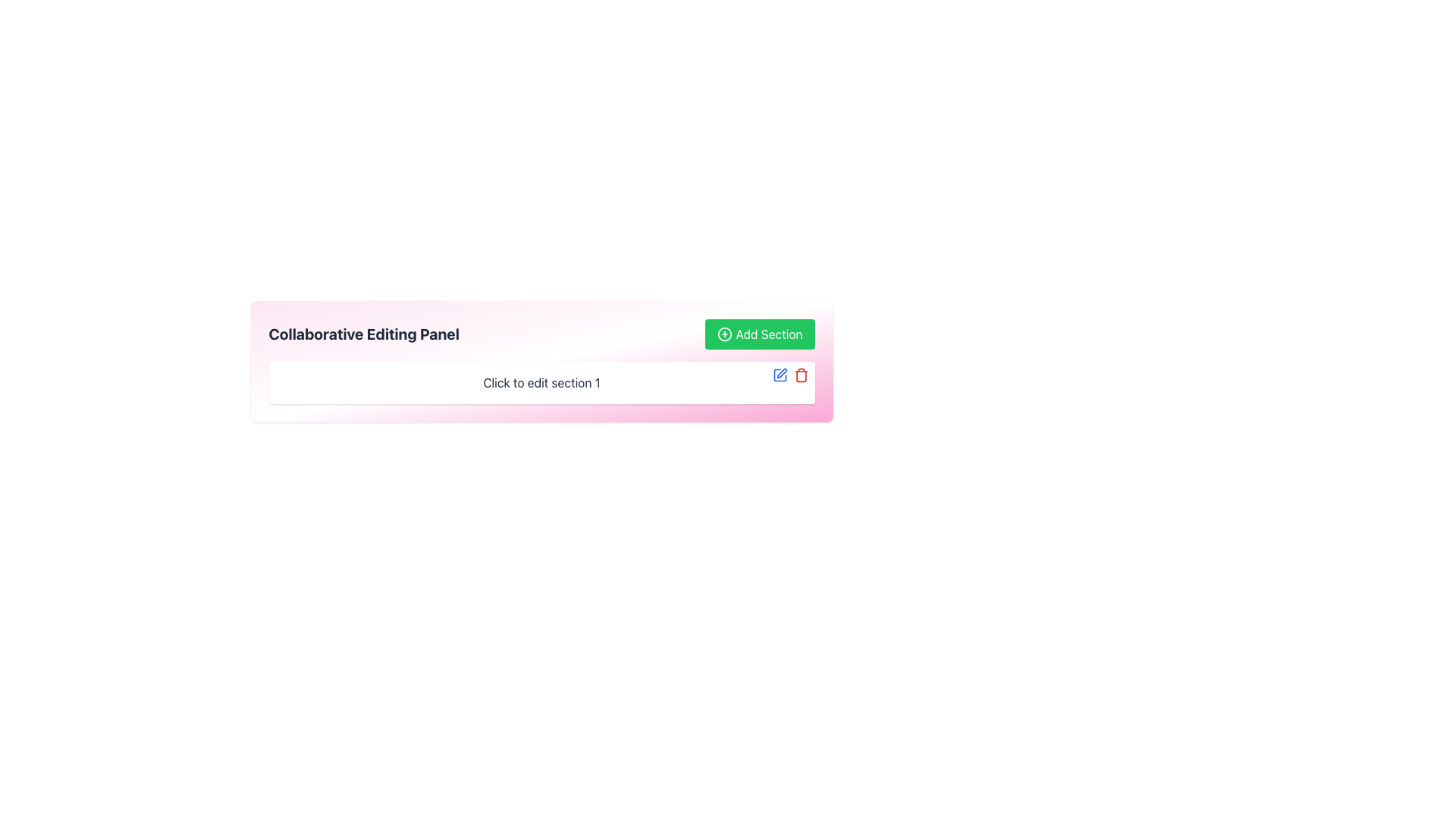 The image size is (1456, 819). I want to click on the leftmost edit icon in the options row to observe its color change, so click(780, 375).